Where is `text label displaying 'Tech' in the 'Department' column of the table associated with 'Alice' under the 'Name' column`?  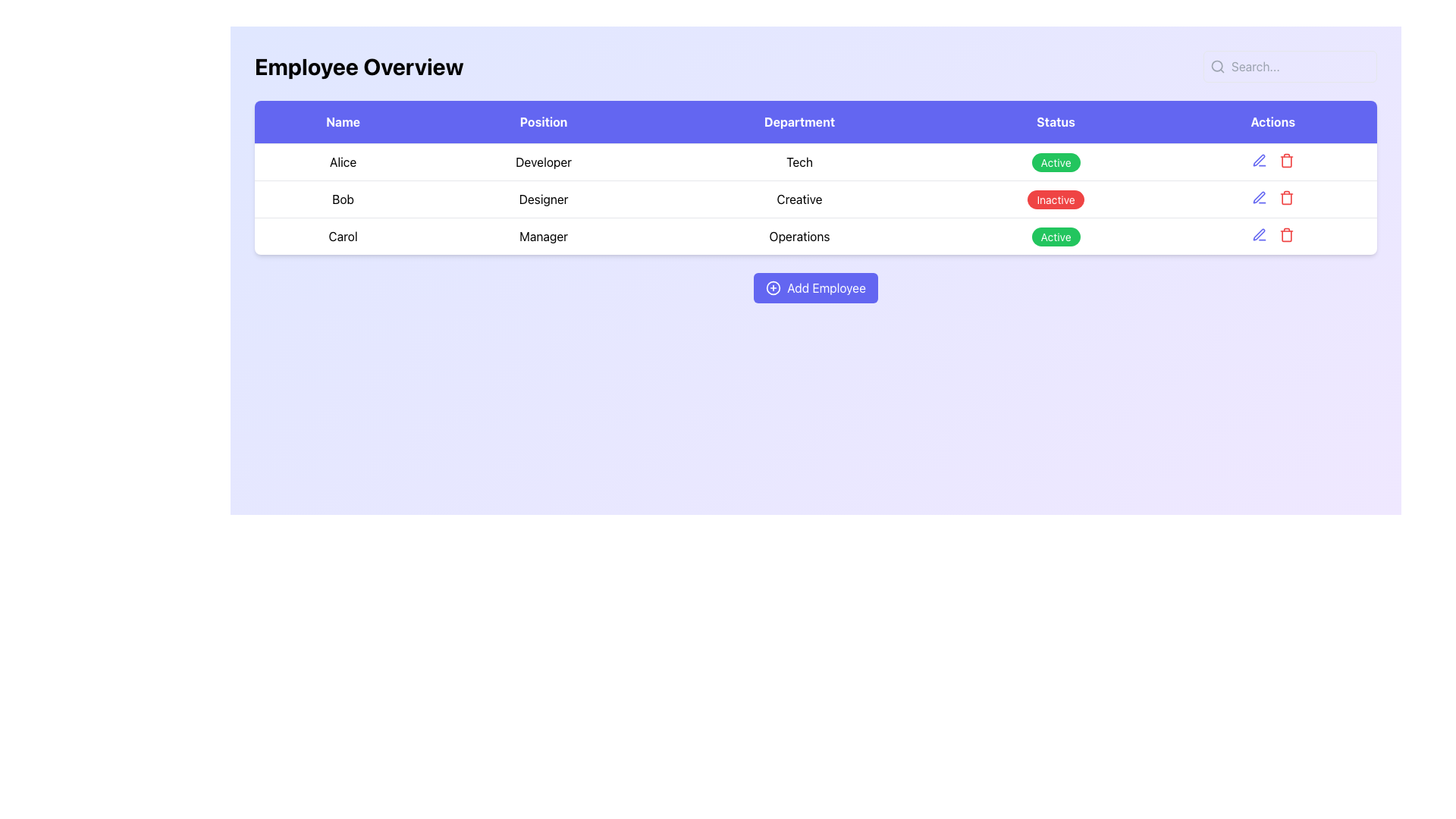 text label displaying 'Tech' in the 'Department' column of the table associated with 'Alice' under the 'Name' column is located at coordinates (799, 162).